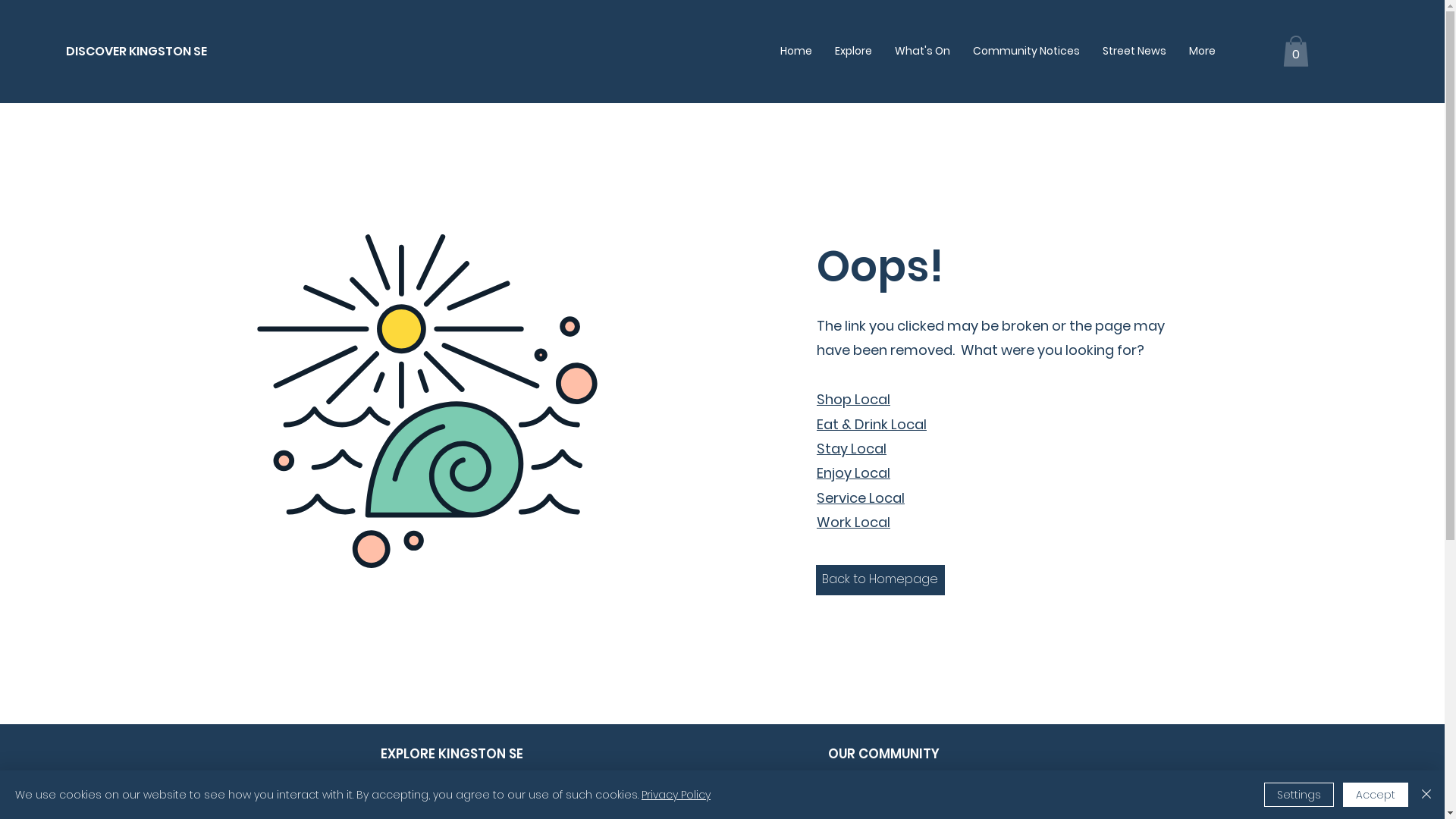 This screenshot has height=819, width=1456. Describe the element at coordinates (1263, 794) in the screenshot. I see `'Settings'` at that location.